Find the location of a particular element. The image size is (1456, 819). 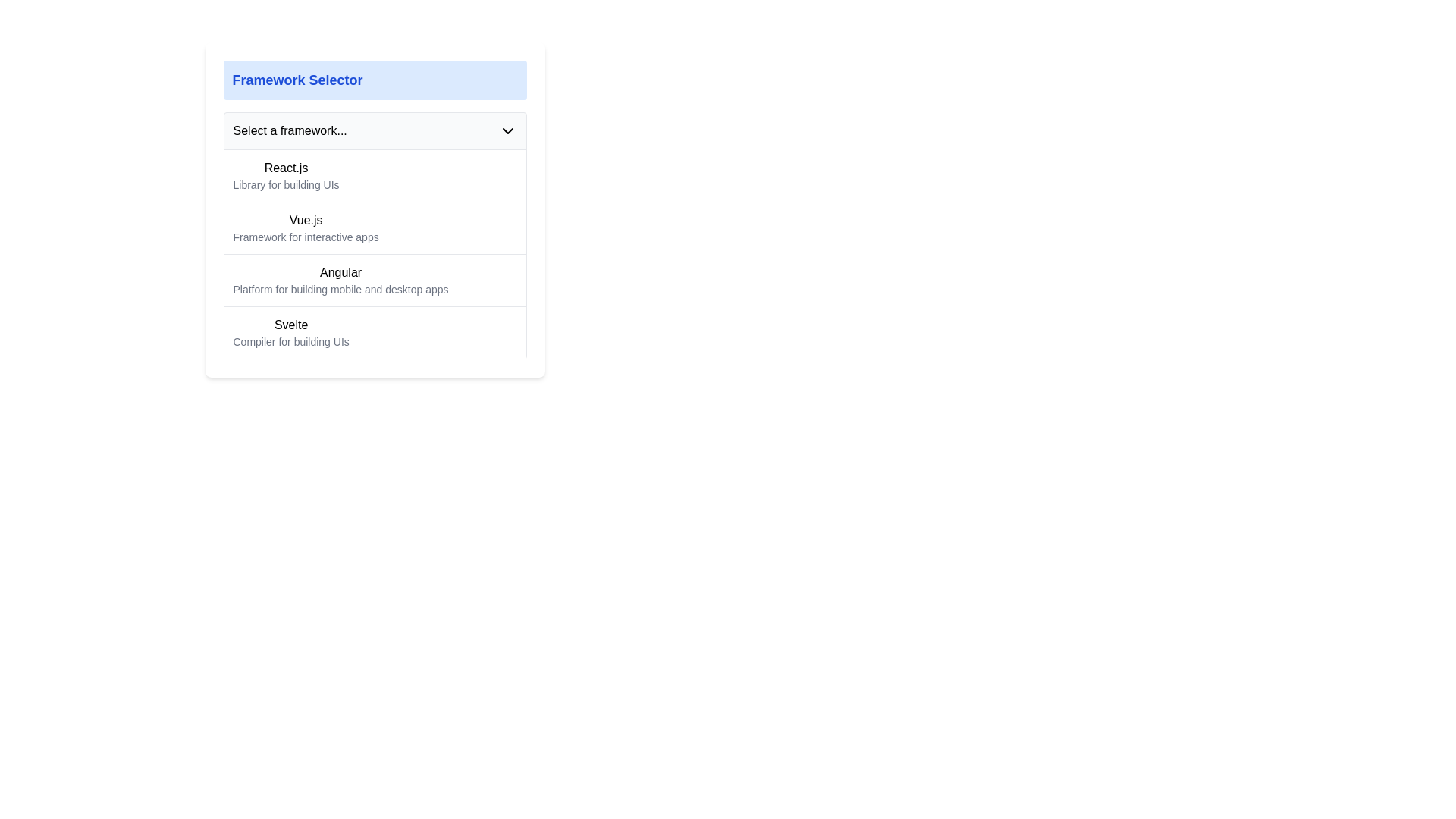

the 'Svelte' text label within the 'Framework Selector' dropdown menu is located at coordinates (291, 324).